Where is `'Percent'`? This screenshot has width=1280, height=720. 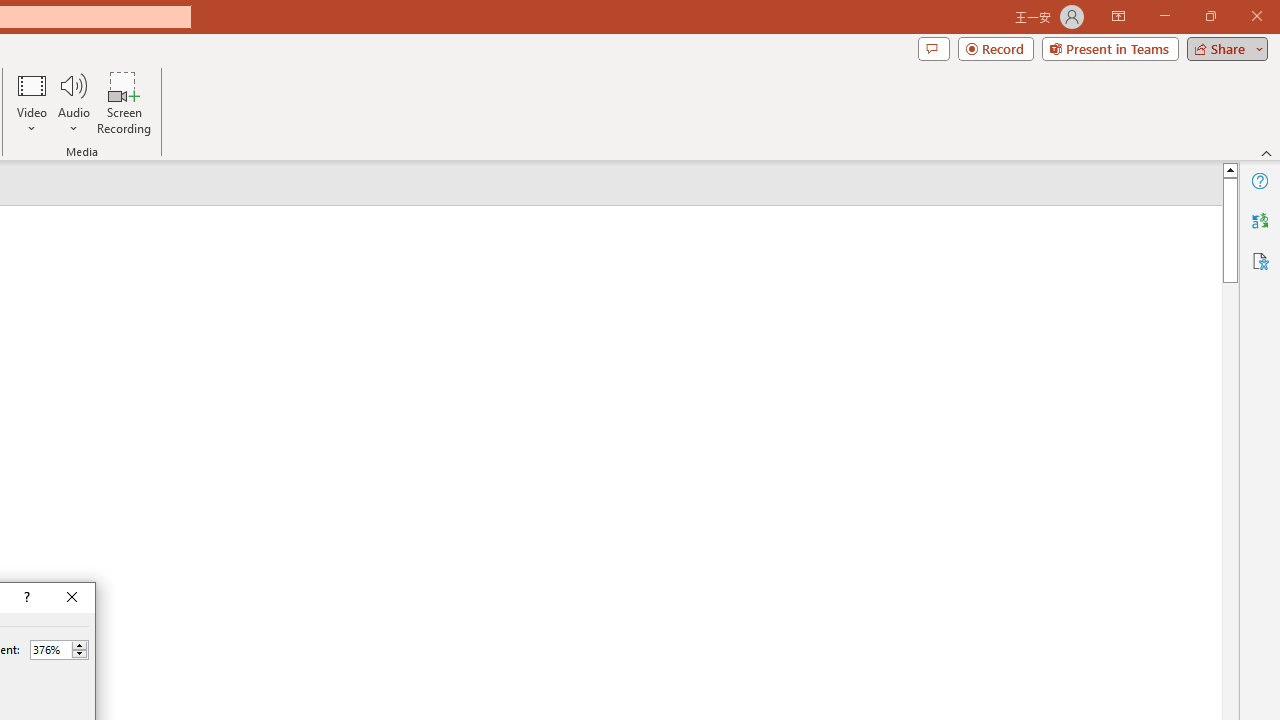 'Percent' is located at coordinates (59, 650).